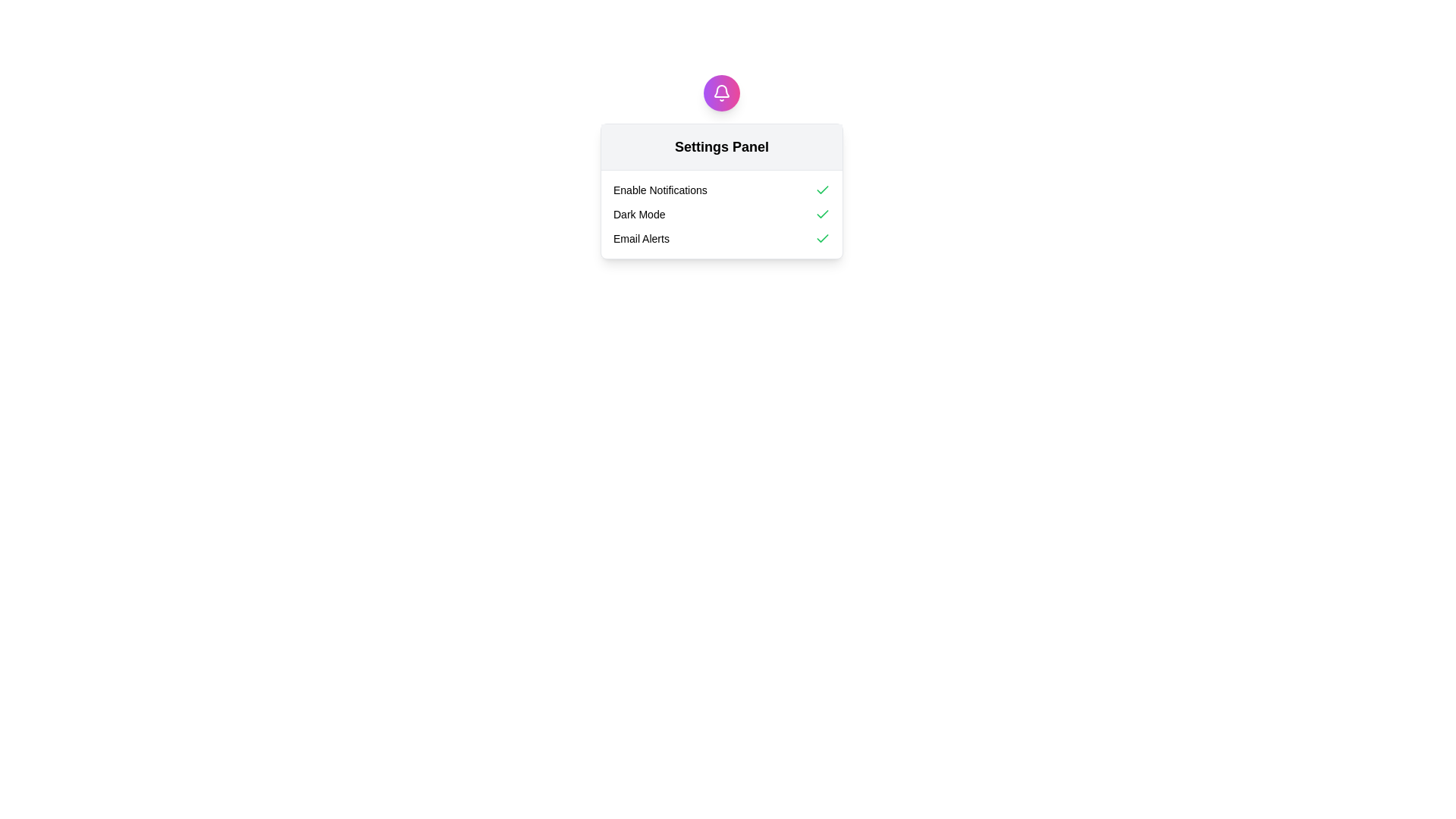 This screenshot has width=1456, height=819. Describe the element at coordinates (720, 93) in the screenshot. I see `the circular button with a gradient background transitioning from purple to pink, featuring a white notification icon, located above the 'Settings Panel'` at that location.